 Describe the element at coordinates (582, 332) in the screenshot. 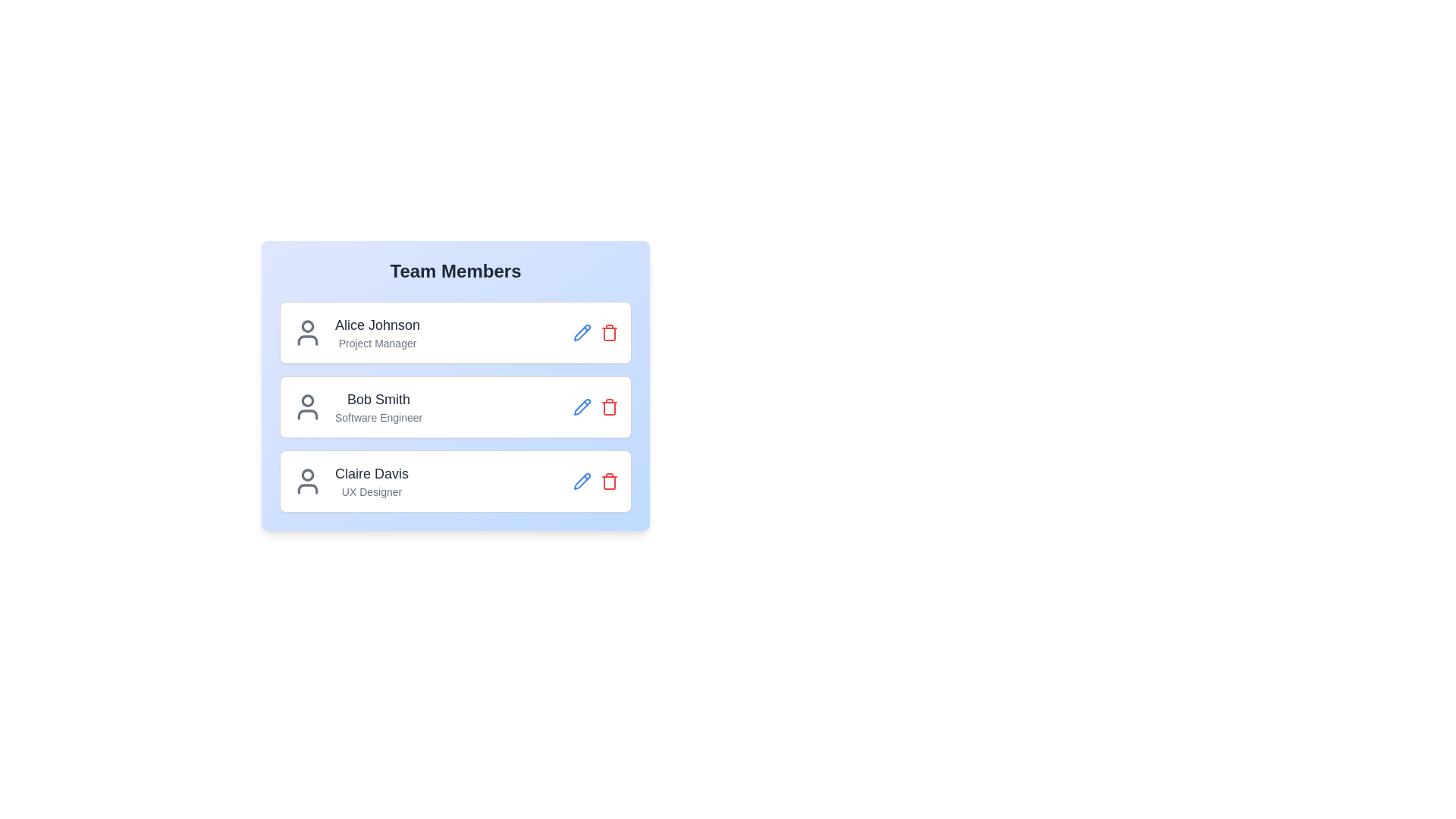

I see `edit button for the team member Alice Johnson` at that location.